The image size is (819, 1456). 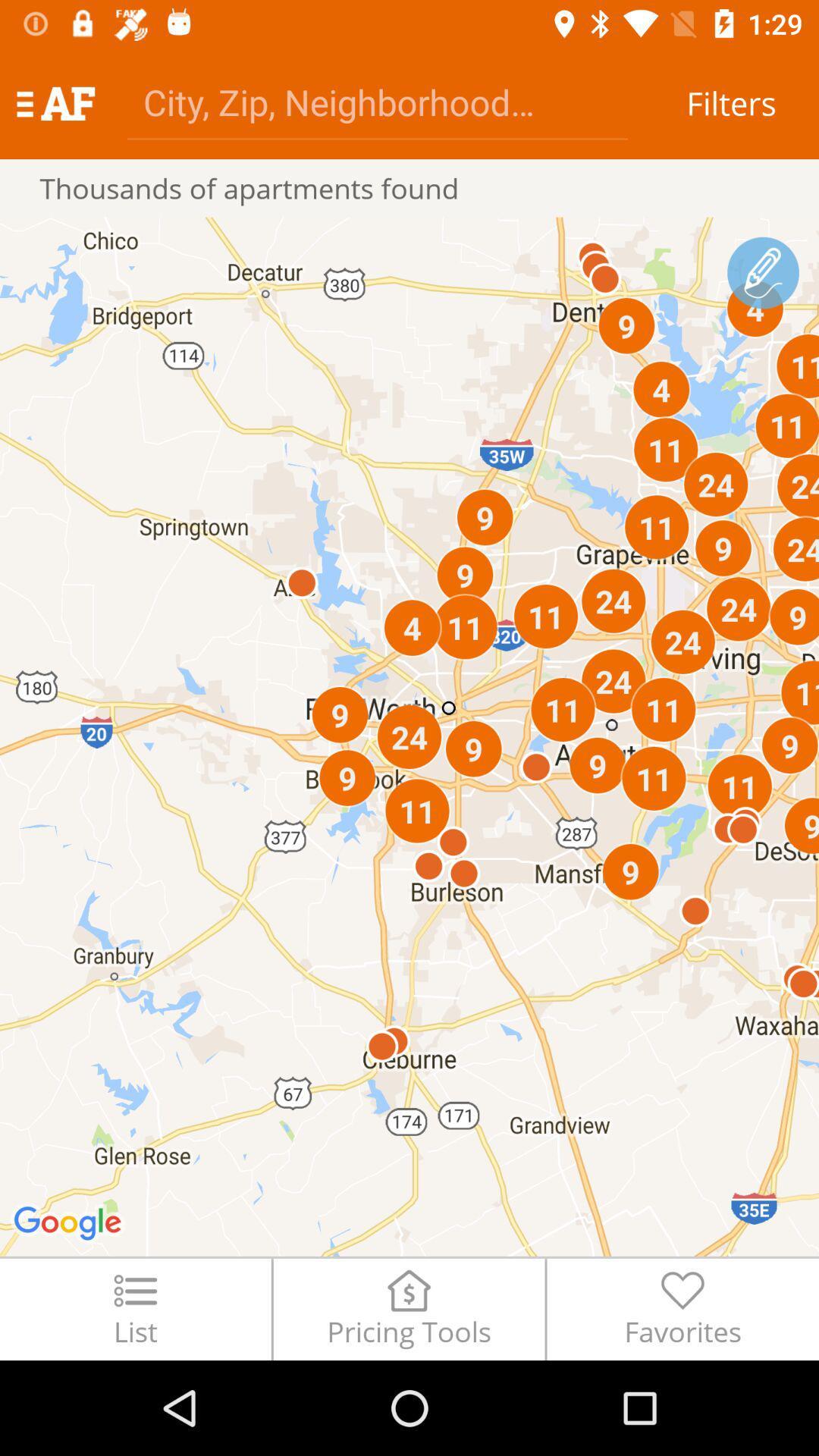 What do you see at coordinates (763, 273) in the screenshot?
I see `draw path` at bounding box center [763, 273].